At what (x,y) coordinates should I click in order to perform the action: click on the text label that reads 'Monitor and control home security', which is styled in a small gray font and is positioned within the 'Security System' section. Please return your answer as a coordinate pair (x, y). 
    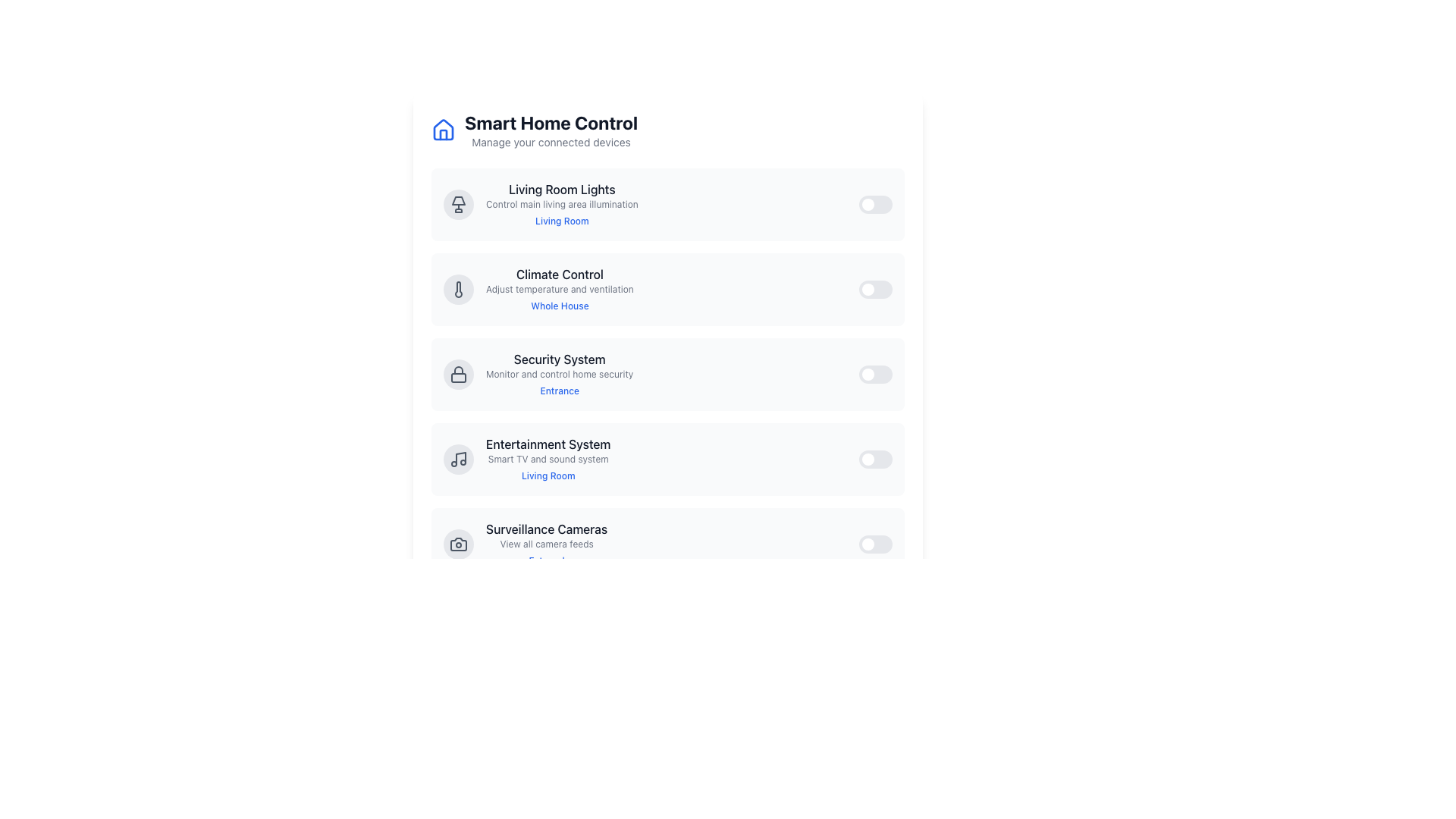
    Looking at the image, I should click on (559, 374).